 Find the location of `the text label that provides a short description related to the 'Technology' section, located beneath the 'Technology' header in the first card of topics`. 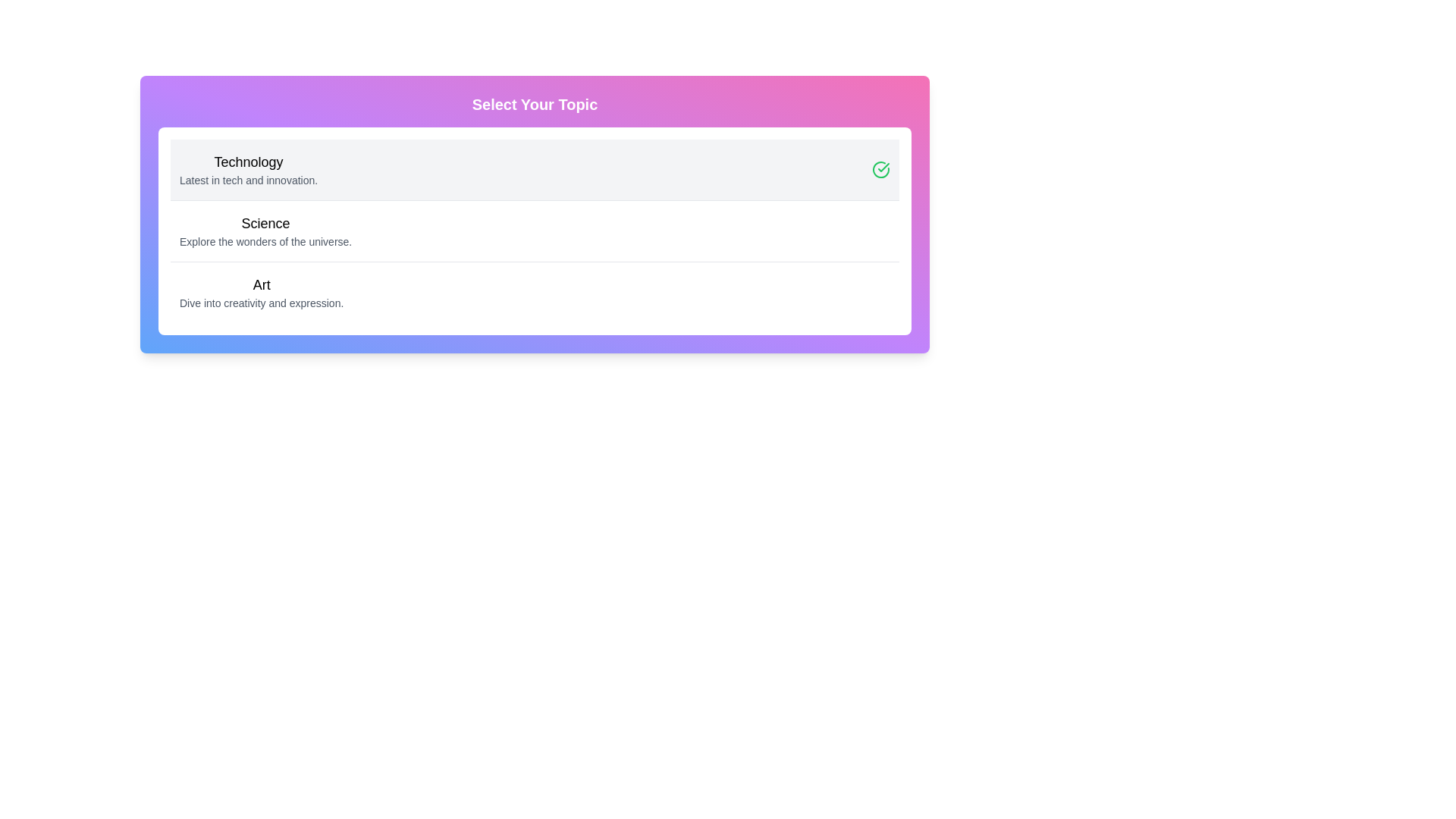

the text label that provides a short description related to the 'Technology' section, located beneath the 'Technology' header in the first card of topics is located at coordinates (249, 180).